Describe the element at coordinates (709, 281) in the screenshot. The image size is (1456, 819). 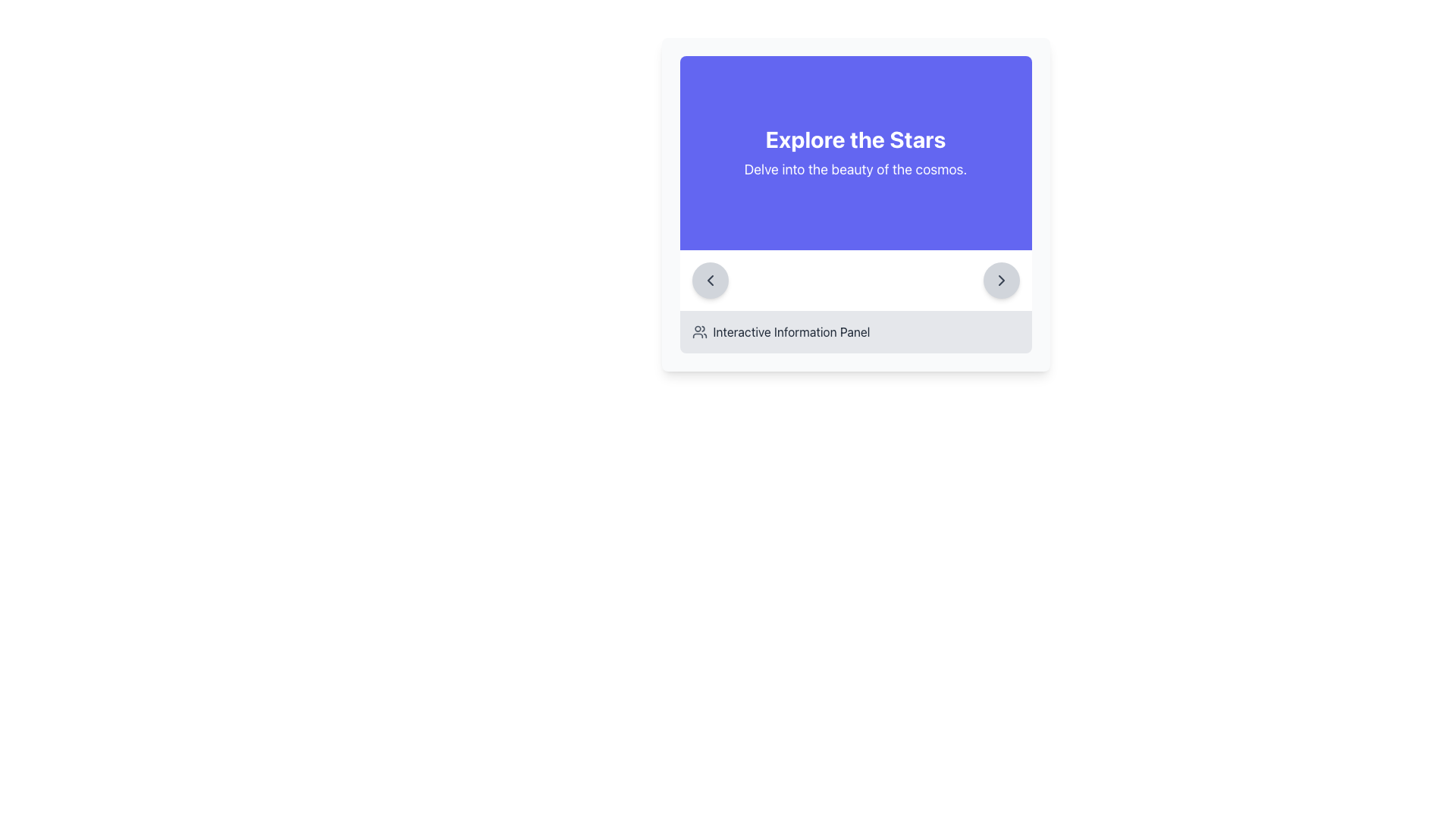
I see `the left arrow SVG icon element within the circular button located at the bottom-left corner of the content card to trigger the hover effect` at that location.